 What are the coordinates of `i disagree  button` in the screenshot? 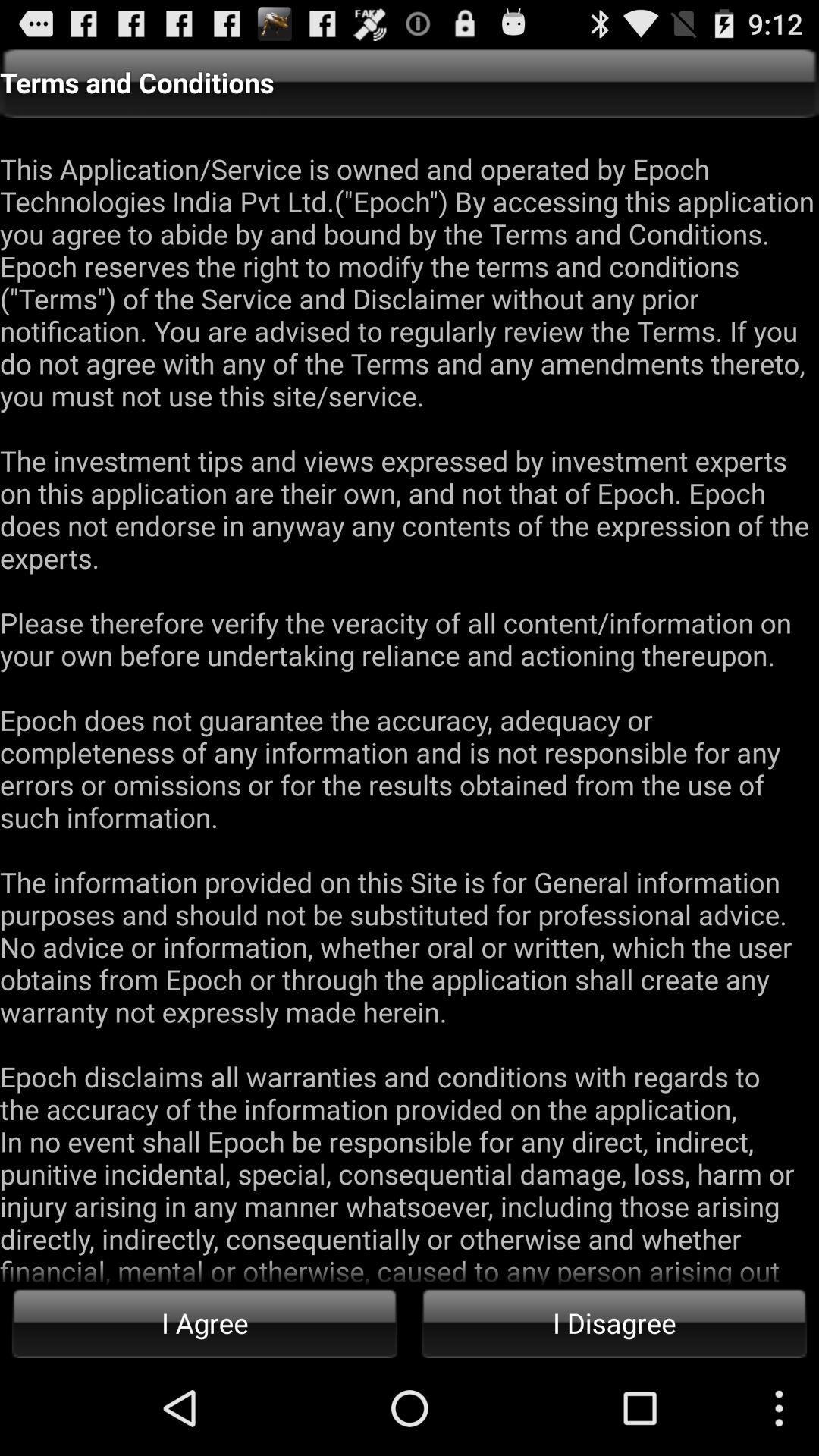 It's located at (614, 1322).